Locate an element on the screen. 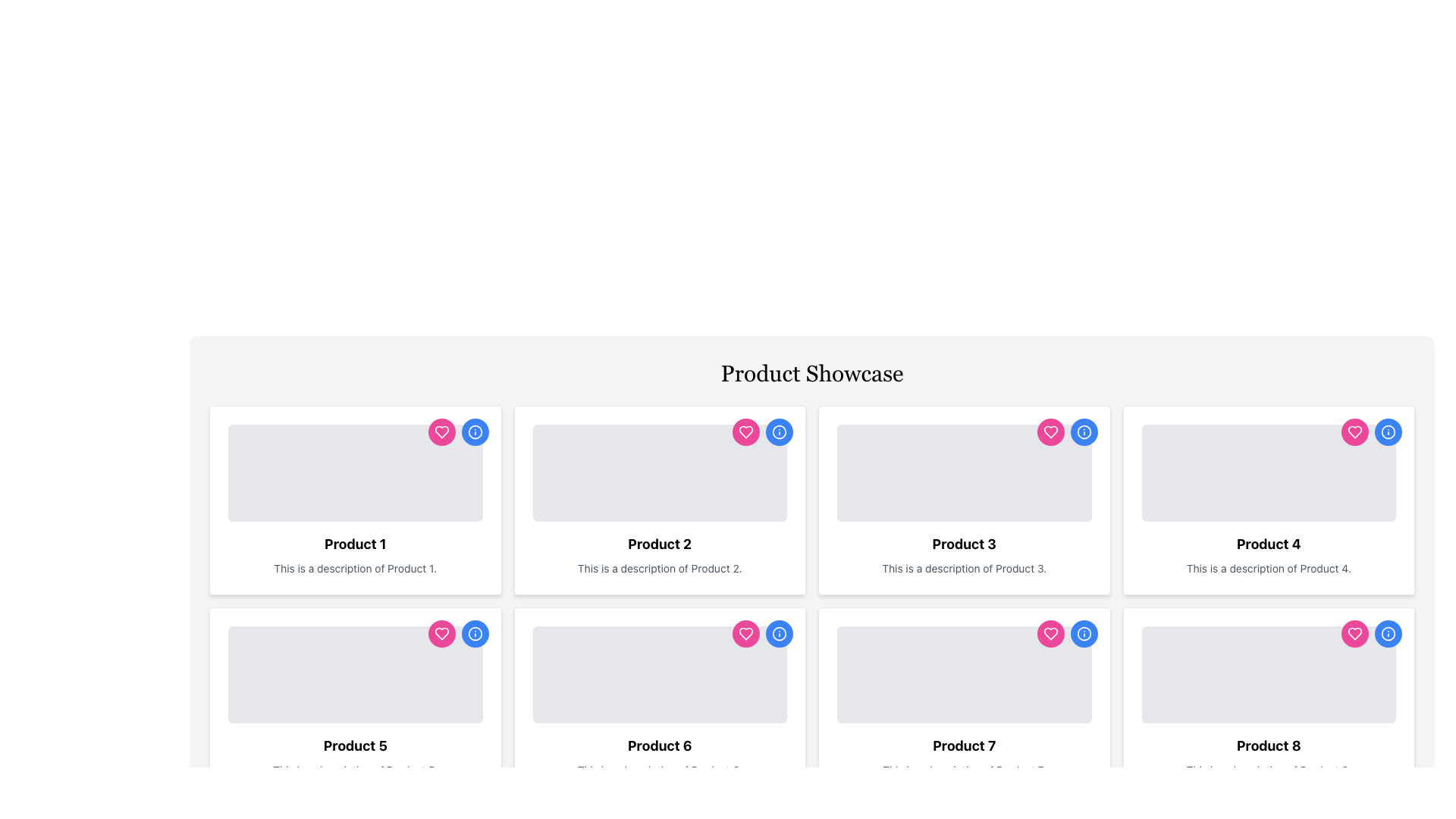 This screenshot has width=1456, height=819. the heart-shaped icon with a pink outline located in the top-right corner of the 'Product 2' card is located at coordinates (441, 432).